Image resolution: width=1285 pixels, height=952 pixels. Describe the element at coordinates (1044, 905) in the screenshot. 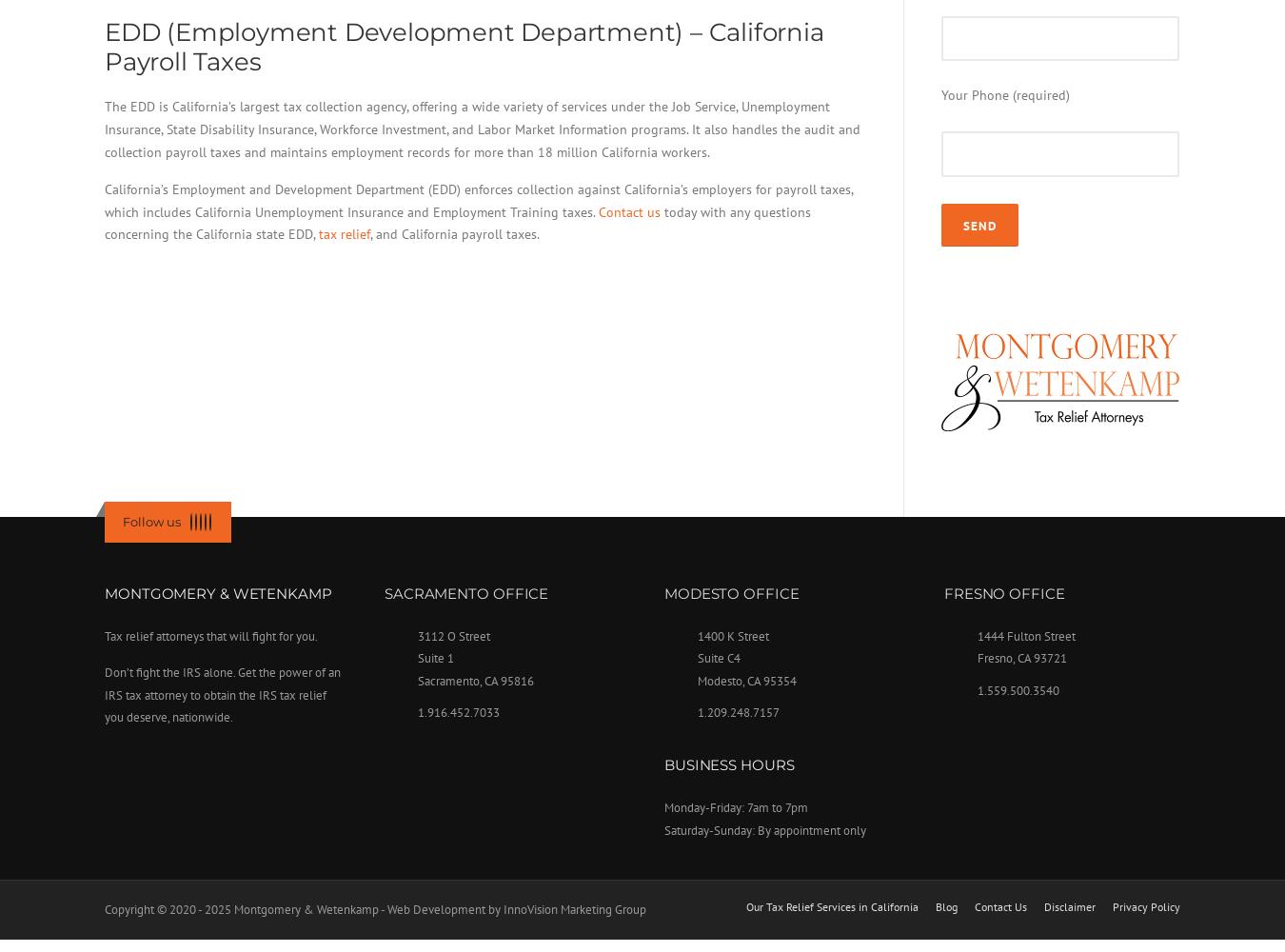

I see `'Disclaimer'` at that location.